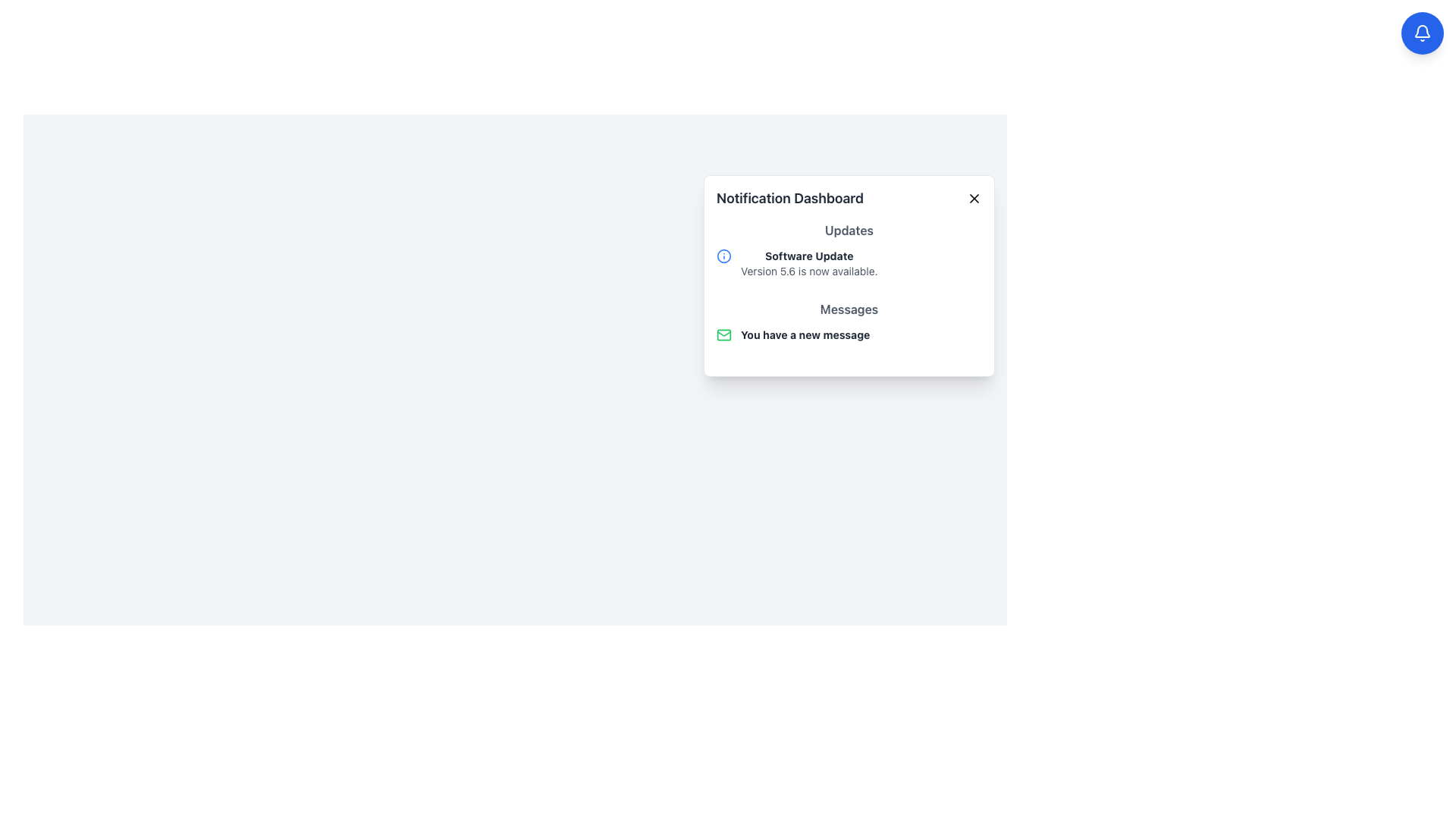  Describe the element at coordinates (808, 256) in the screenshot. I see `the Text Label that serves as the title for the software update notification, located below the 'Updates' header and above the 'Version 5.6 is now available' text` at that location.